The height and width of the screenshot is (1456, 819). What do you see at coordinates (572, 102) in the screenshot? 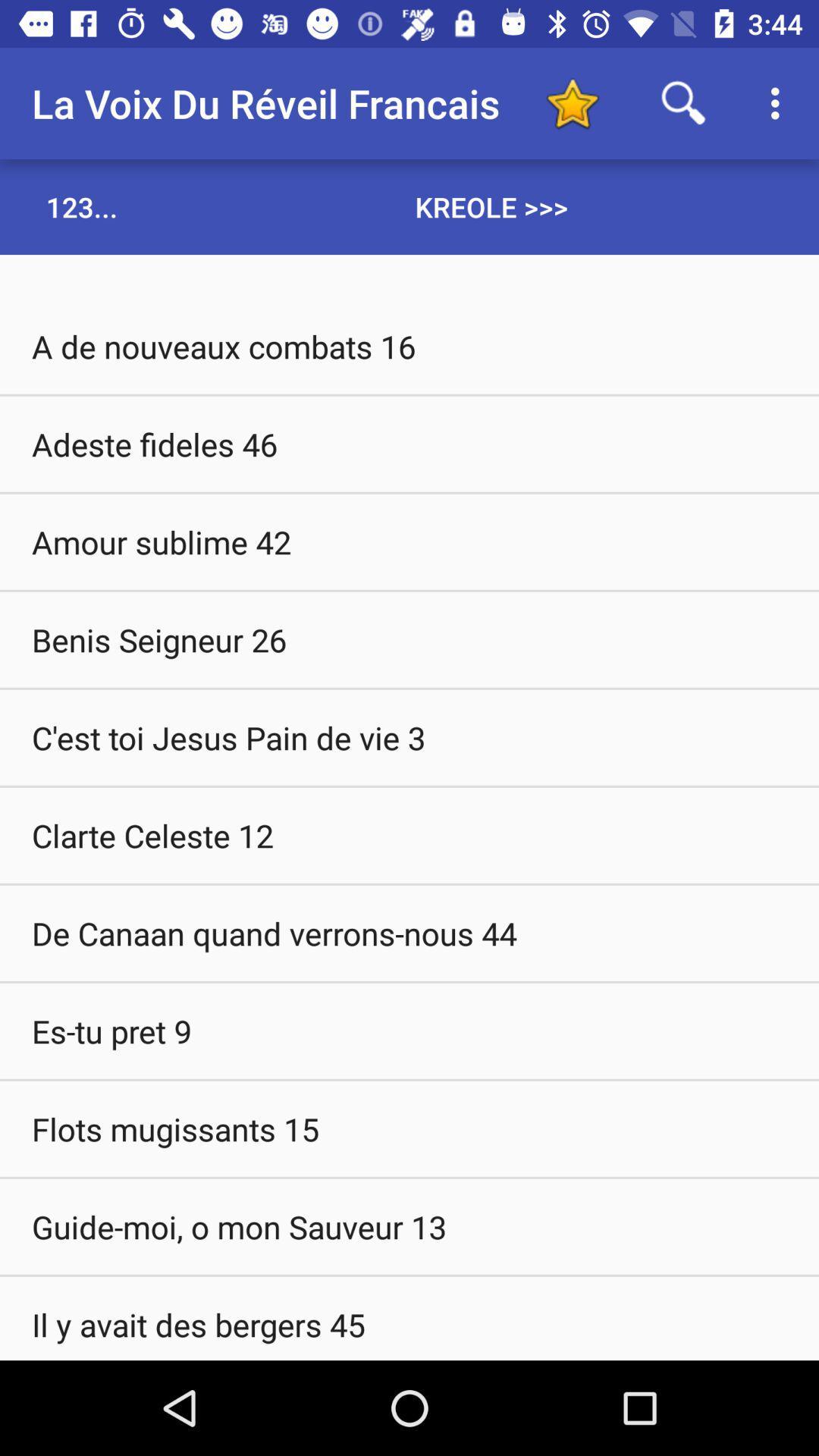
I see `mark as favorite` at bounding box center [572, 102].